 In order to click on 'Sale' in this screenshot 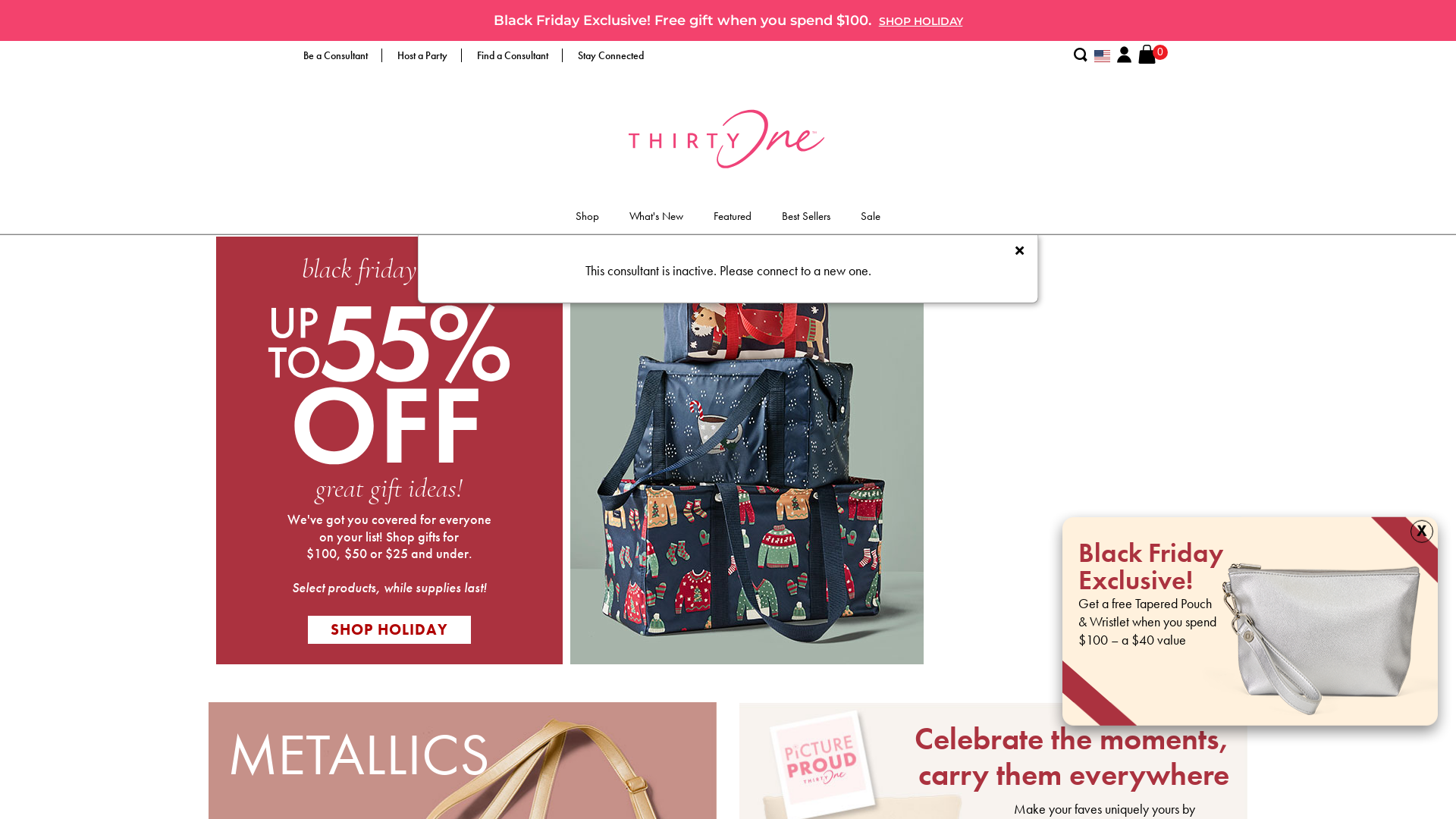, I will do `click(852, 220)`.